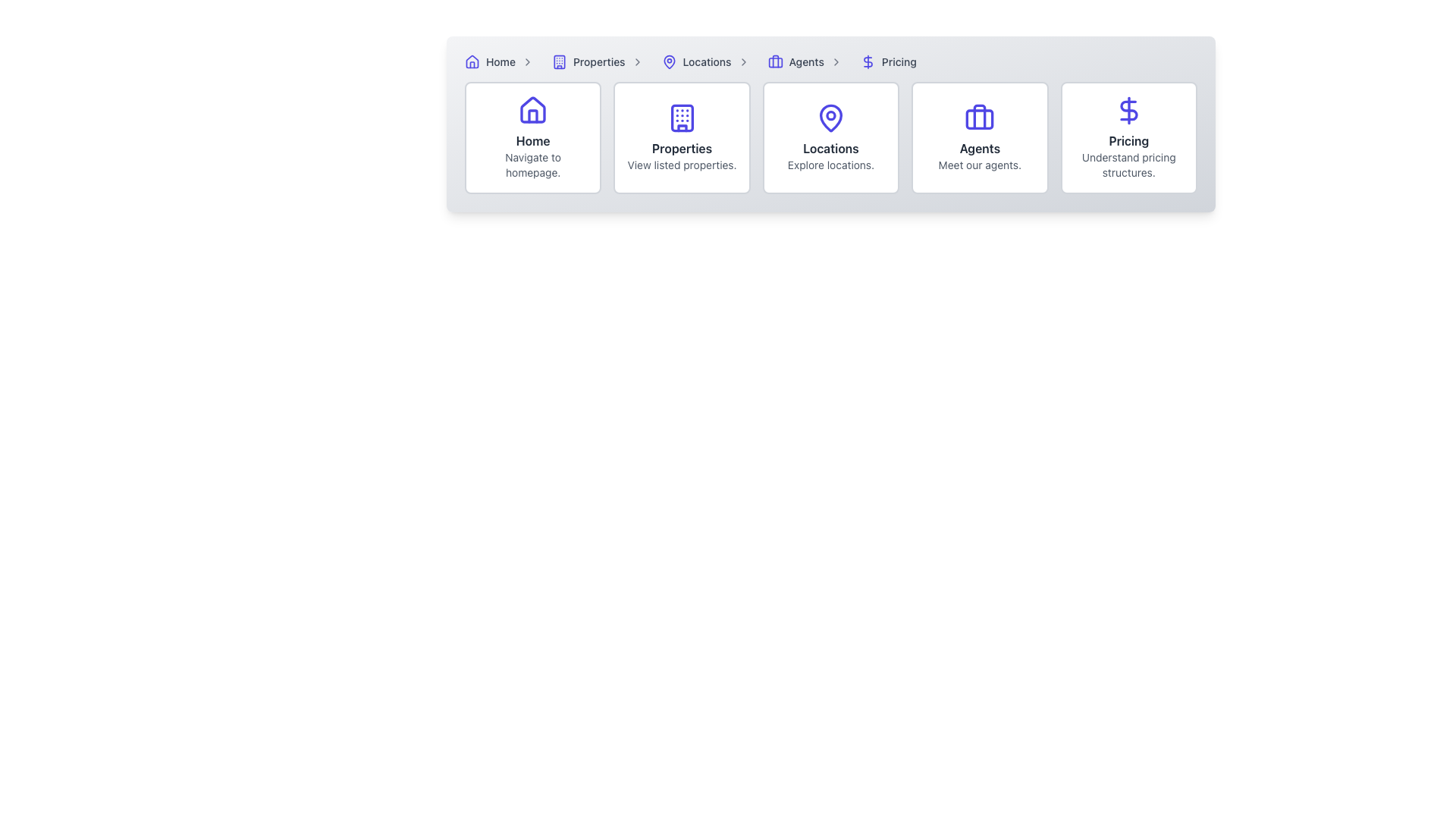 The height and width of the screenshot is (819, 1456). Describe the element at coordinates (502, 61) in the screenshot. I see `the 'Home' breadcrumb item with an icon` at that location.